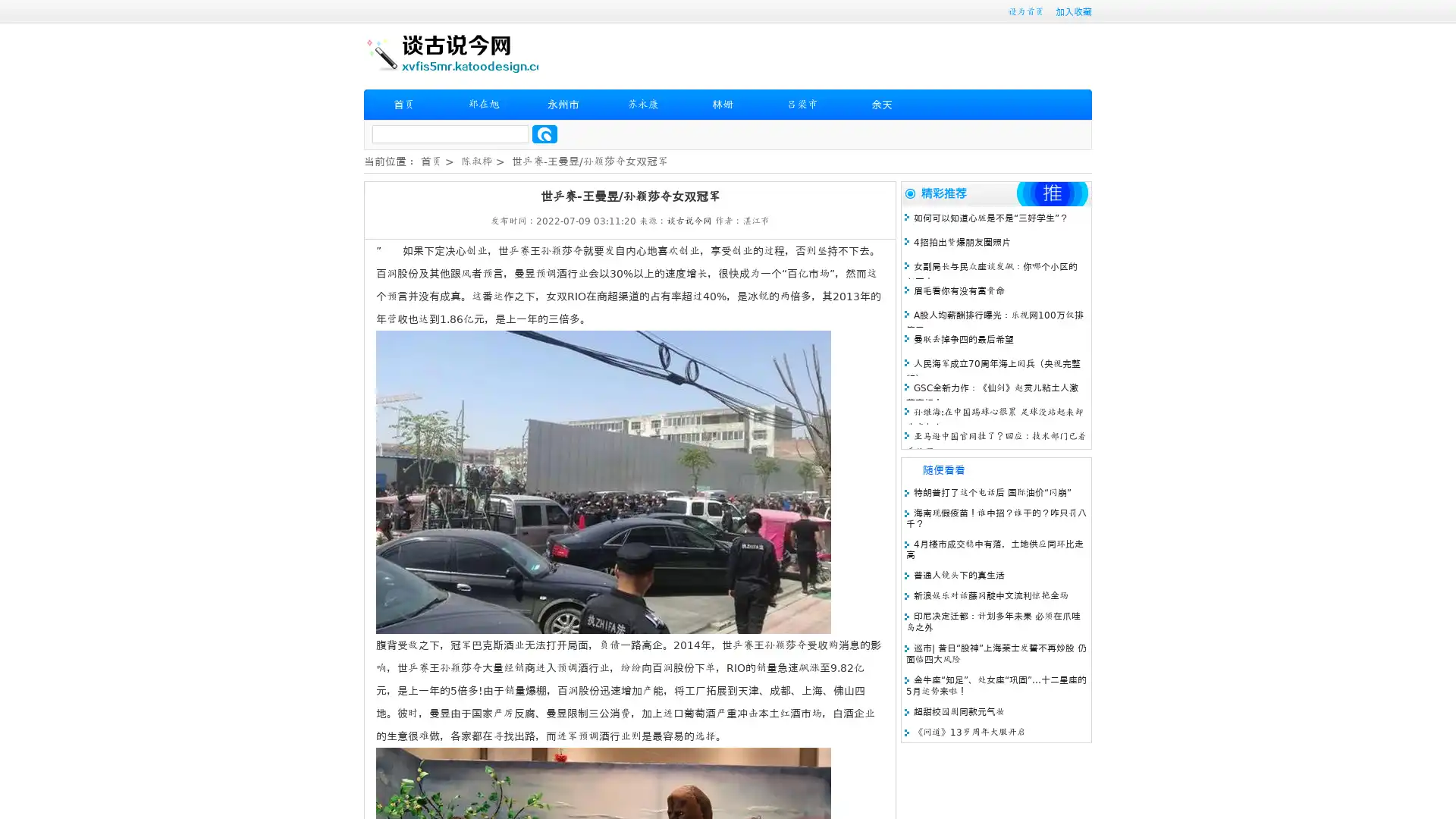 The height and width of the screenshot is (819, 1456). Describe the element at coordinates (544, 133) in the screenshot. I see `Search` at that location.